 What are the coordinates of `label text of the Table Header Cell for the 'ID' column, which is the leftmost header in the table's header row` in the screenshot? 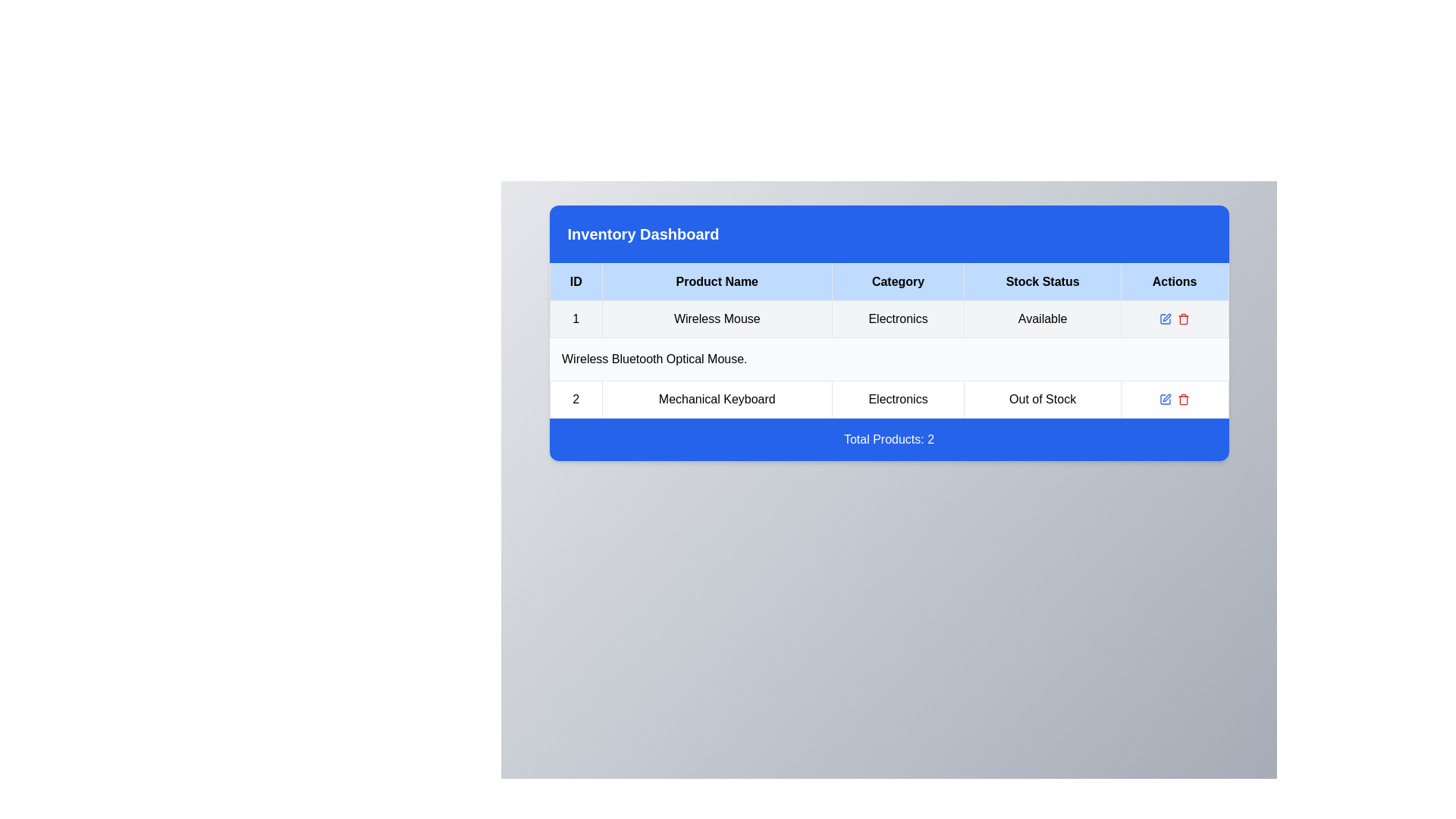 It's located at (575, 281).